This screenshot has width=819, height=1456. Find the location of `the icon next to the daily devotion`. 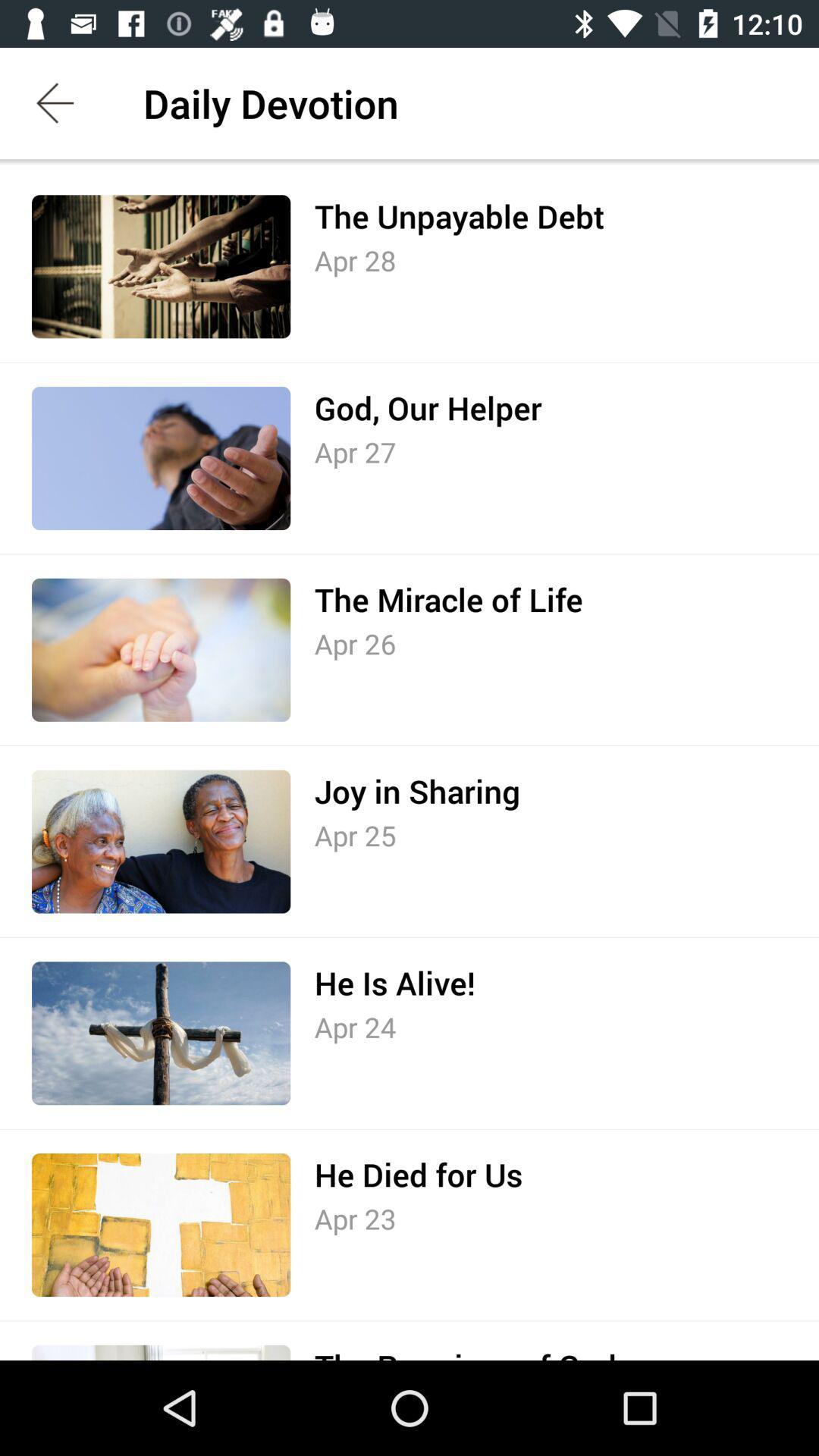

the icon next to the daily devotion is located at coordinates (55, 102).